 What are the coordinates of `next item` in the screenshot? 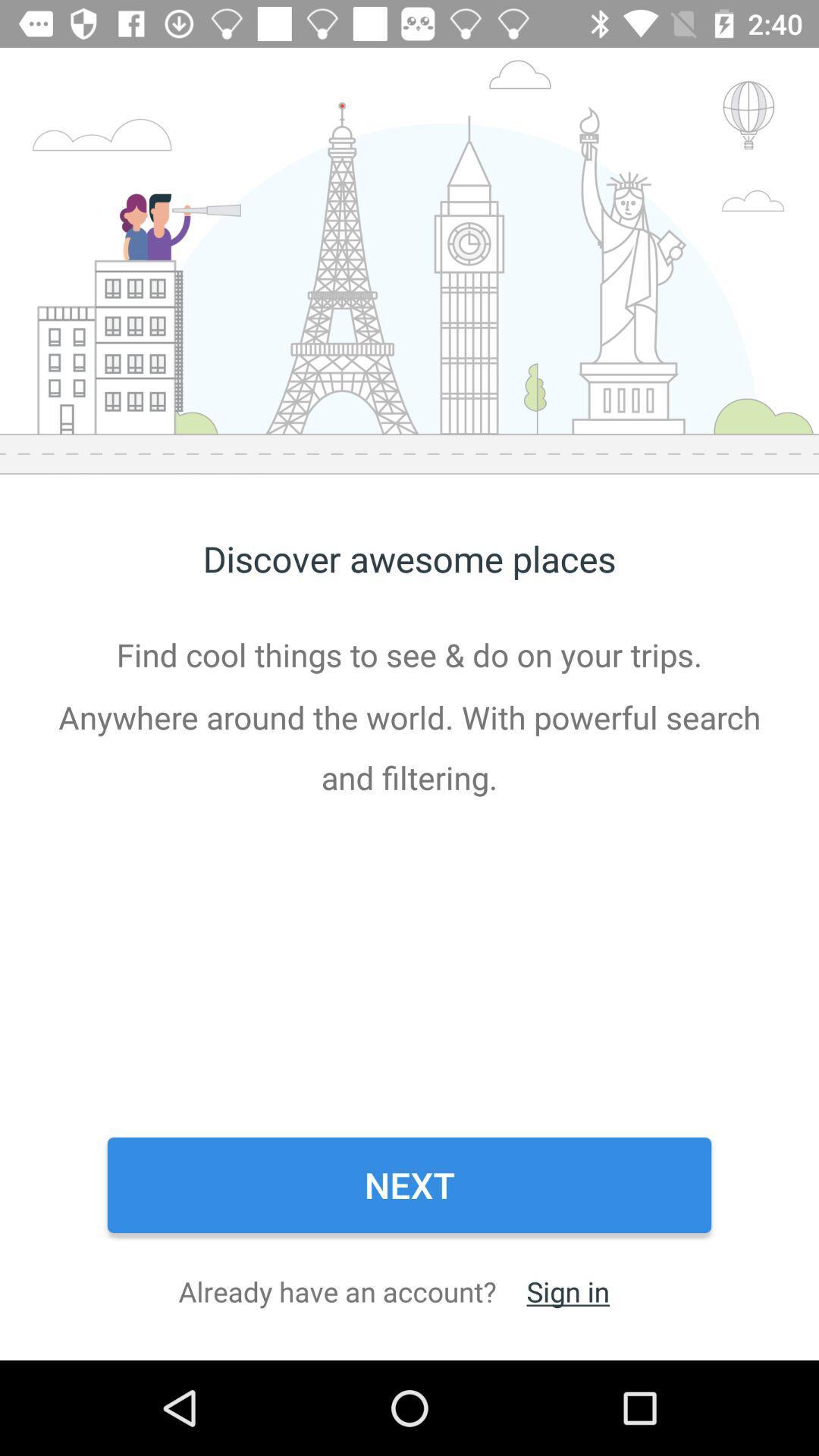 It's located at (409, 1185).